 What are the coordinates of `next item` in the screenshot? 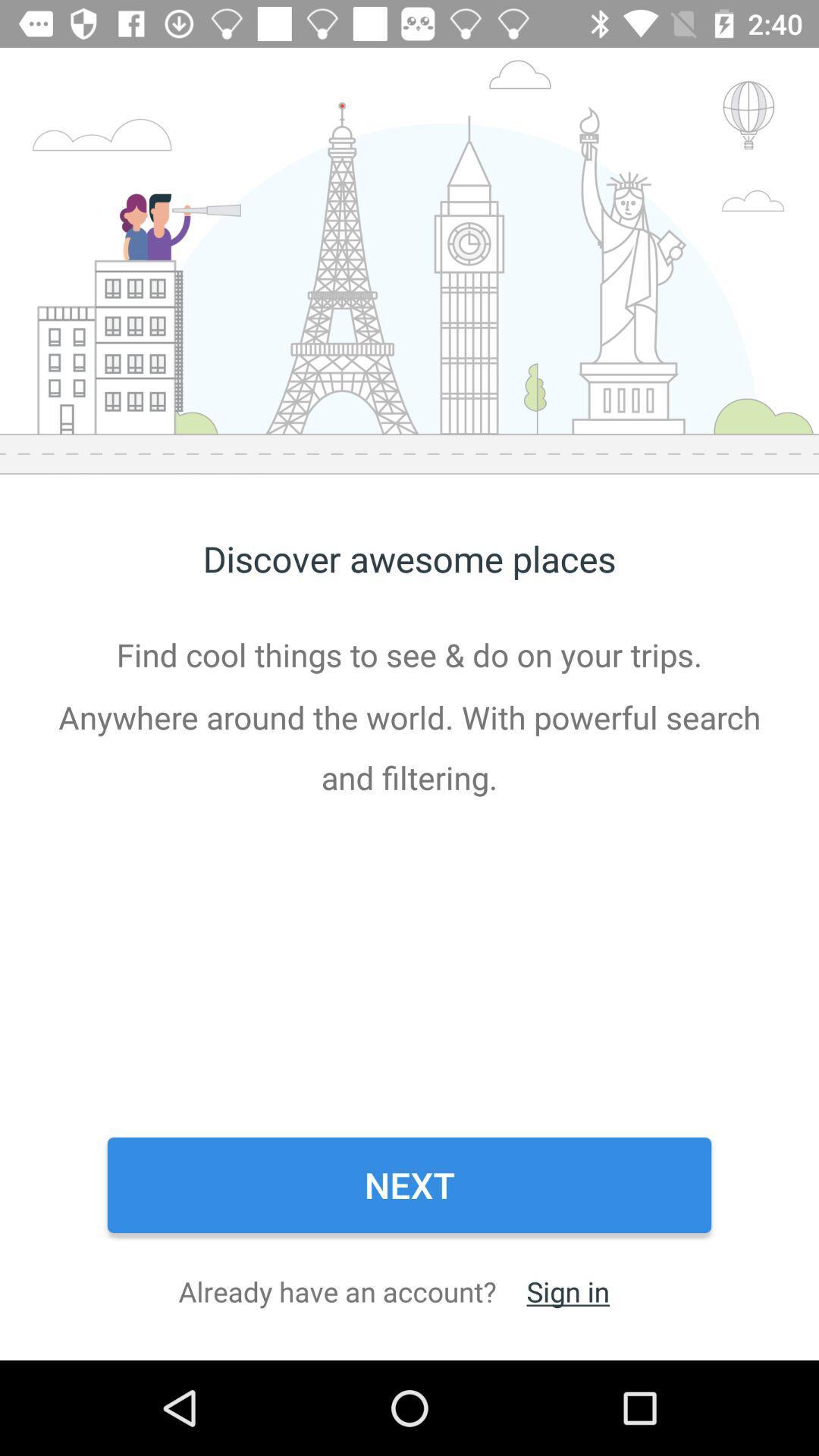 It's located at (409, 1185).